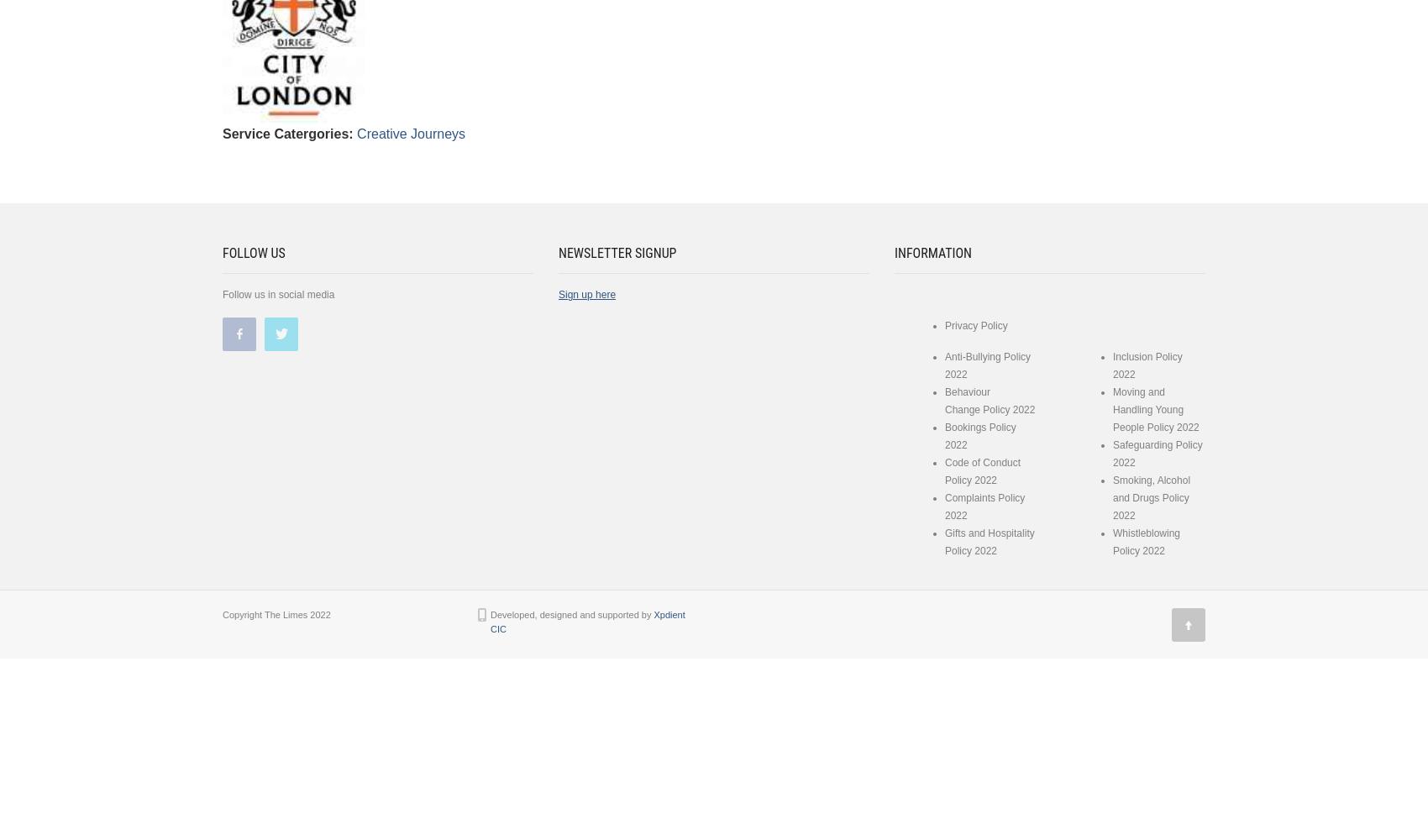 The width and height of the screenshot is (1428, 840). Describe the element at coordinates (223, 253) in the screenshot. I see `'Follow Us'` at that location.